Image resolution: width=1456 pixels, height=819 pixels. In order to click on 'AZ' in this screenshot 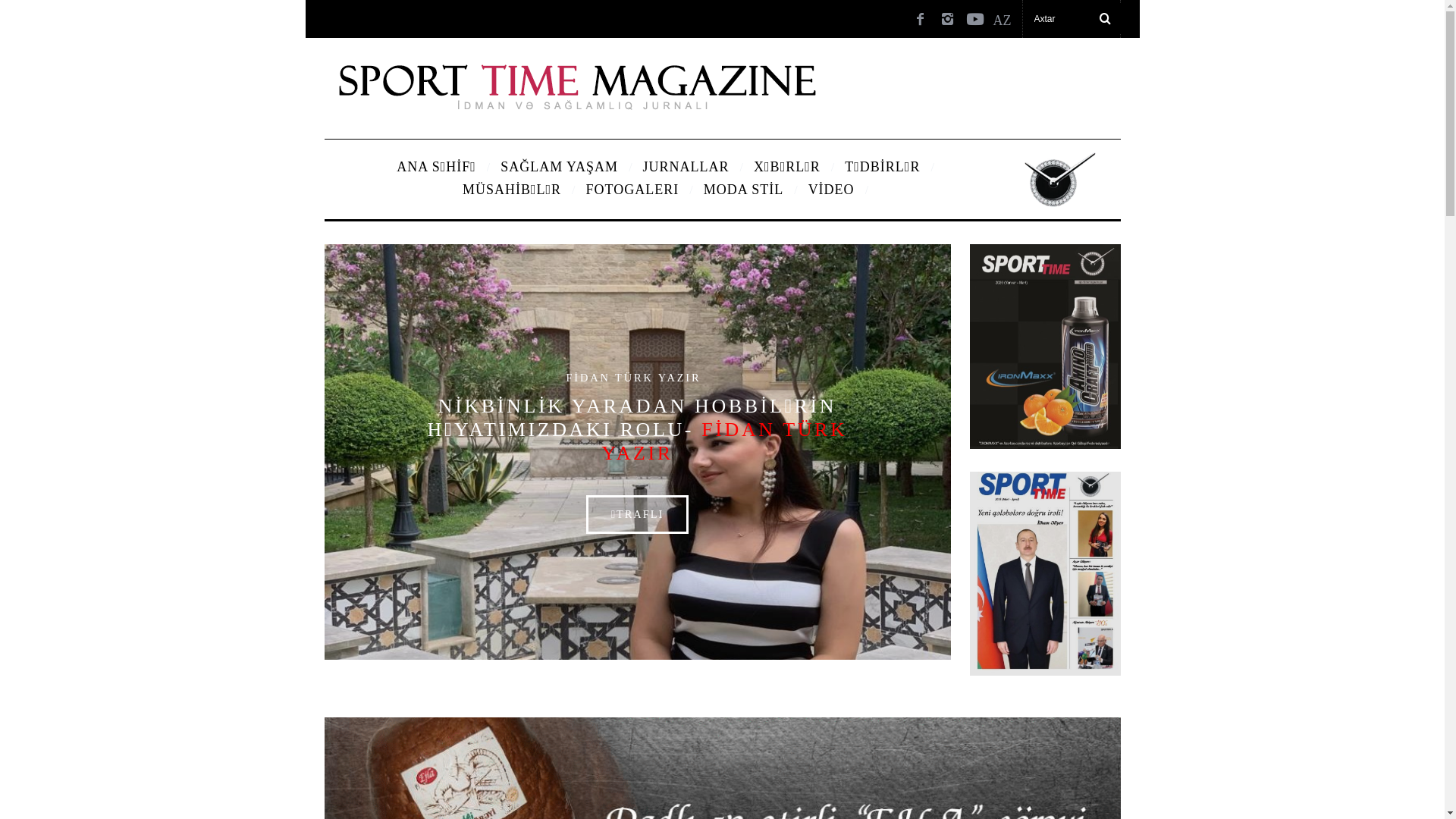, I will do `click(1002, 17)`.